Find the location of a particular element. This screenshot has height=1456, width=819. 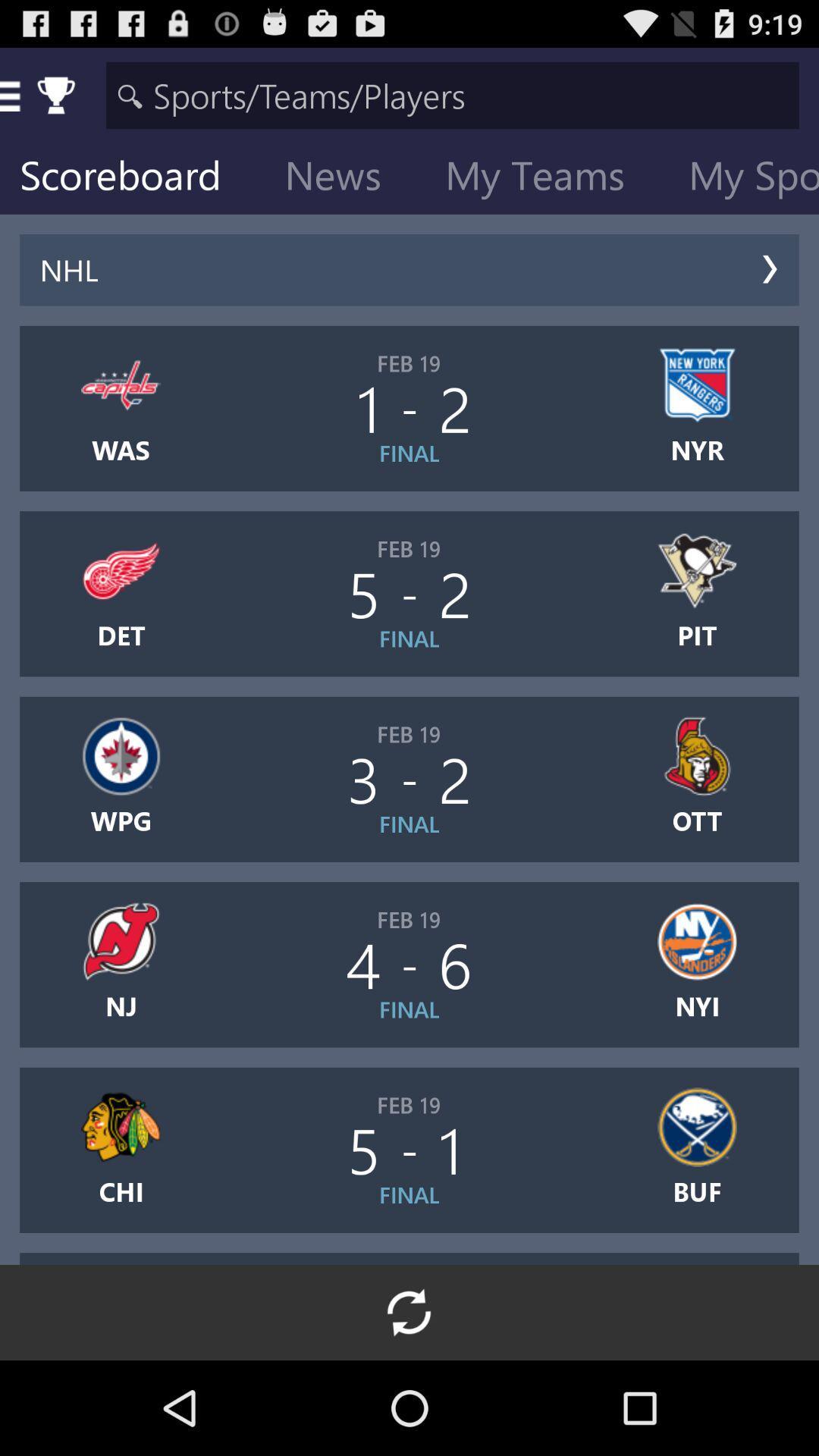

the item below chi item is located at coordinates (409, 1312).